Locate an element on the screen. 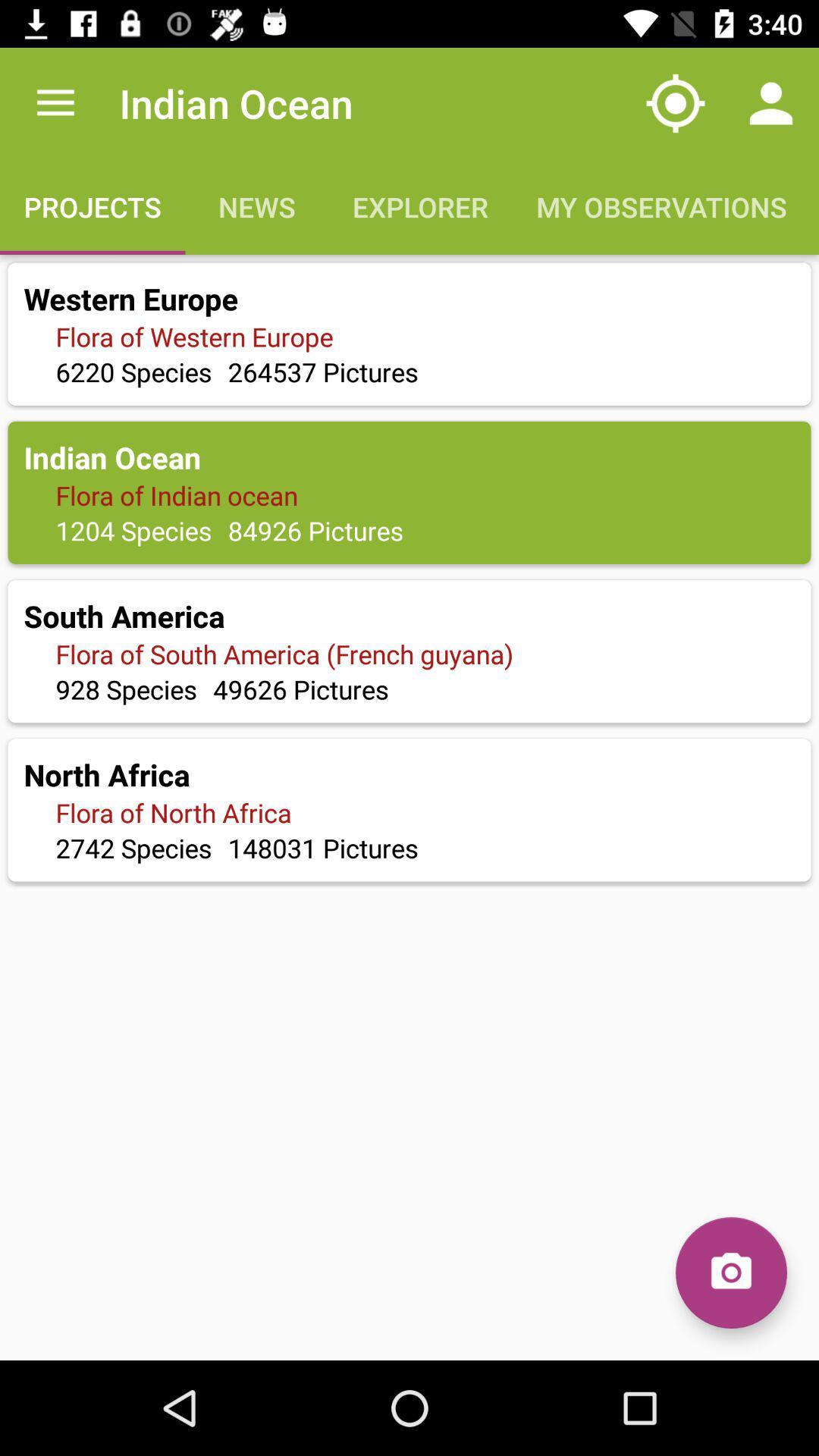  the app next to the indian ocean item is located at coordinates (55, 102).